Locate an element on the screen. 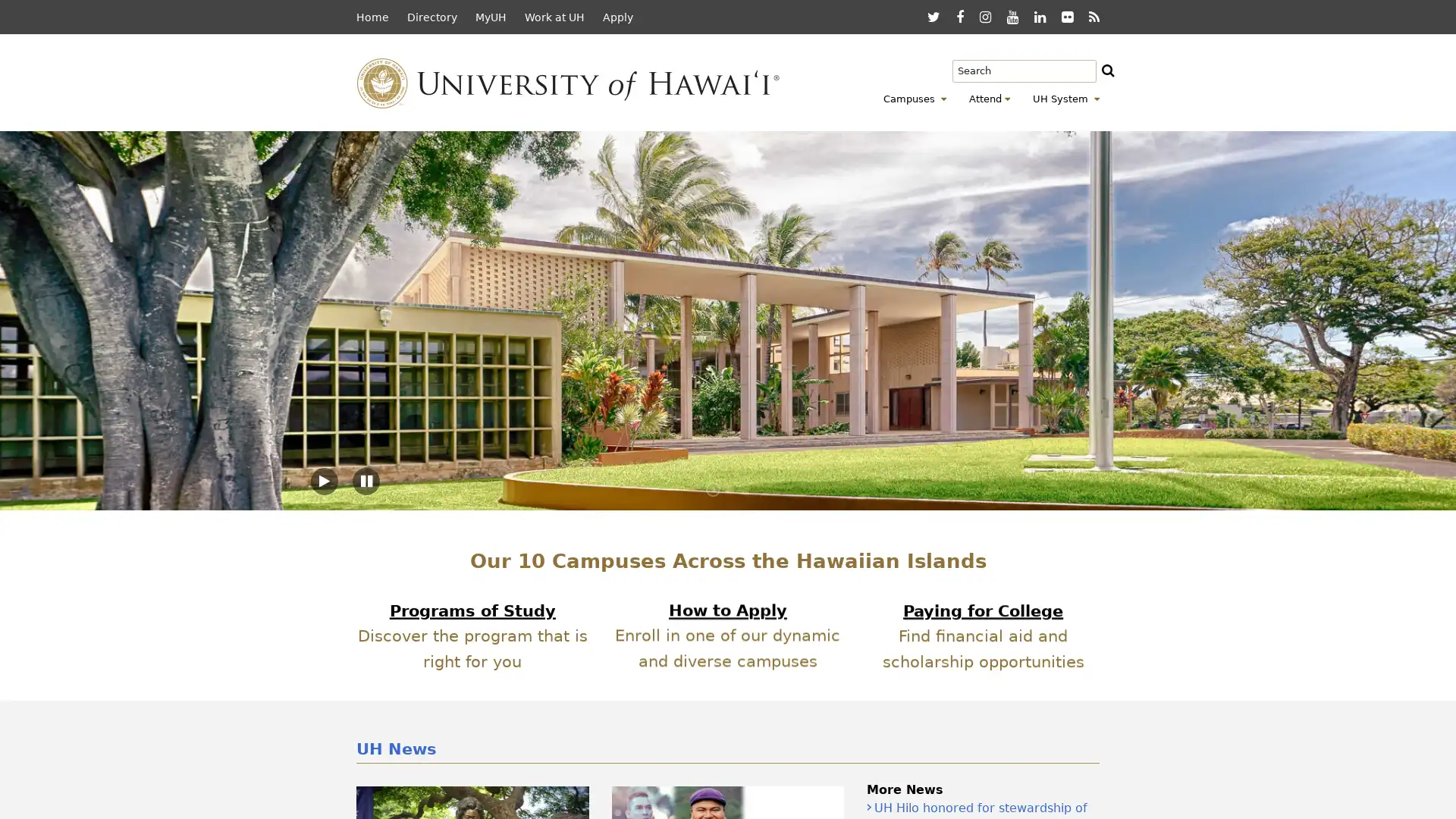 Image resolution: width=1456 pixels, height=819 pixels. search is located at coordinates (1121, 72).